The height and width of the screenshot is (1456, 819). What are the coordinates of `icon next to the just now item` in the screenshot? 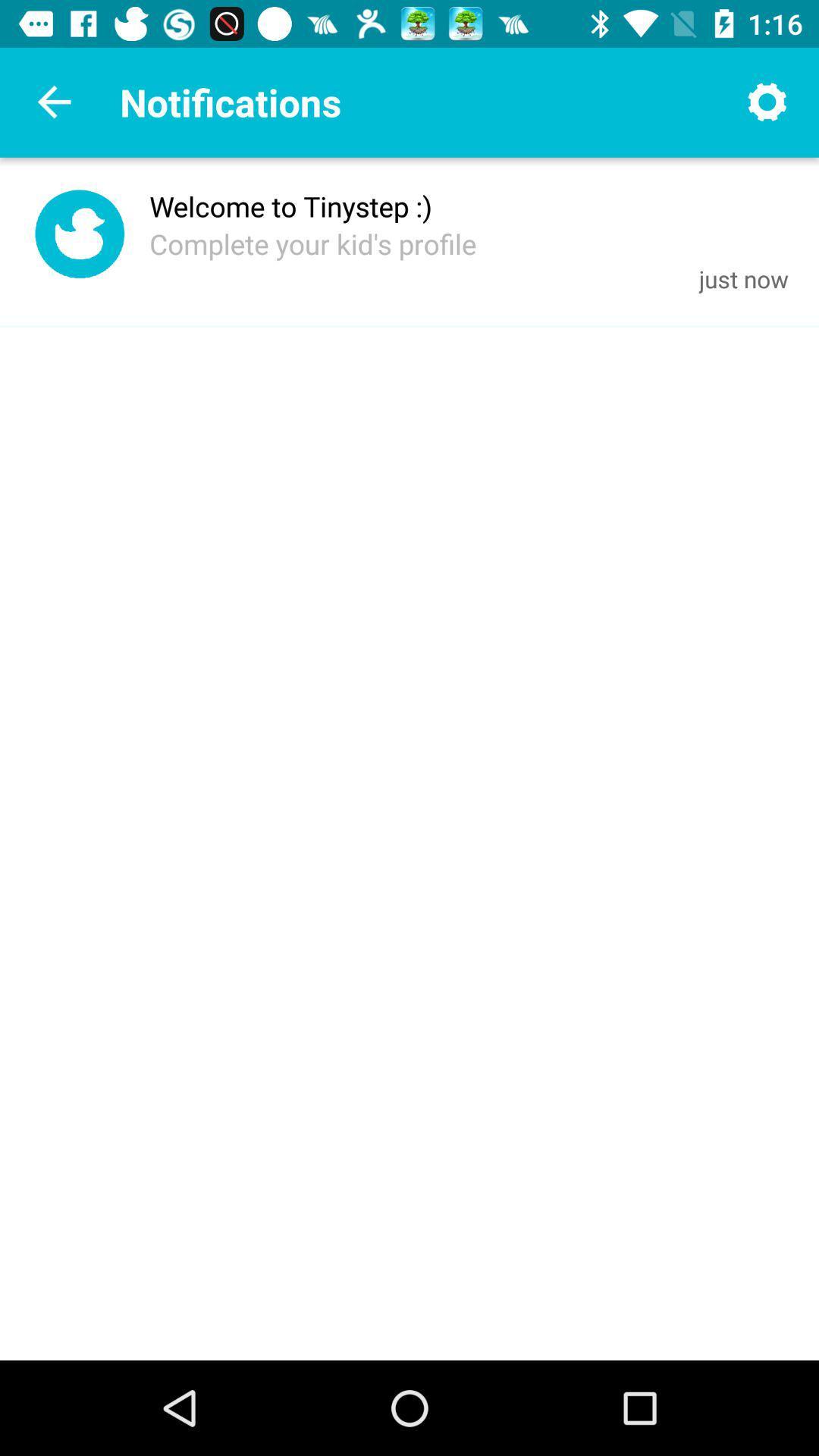 It's located at (312, 243).